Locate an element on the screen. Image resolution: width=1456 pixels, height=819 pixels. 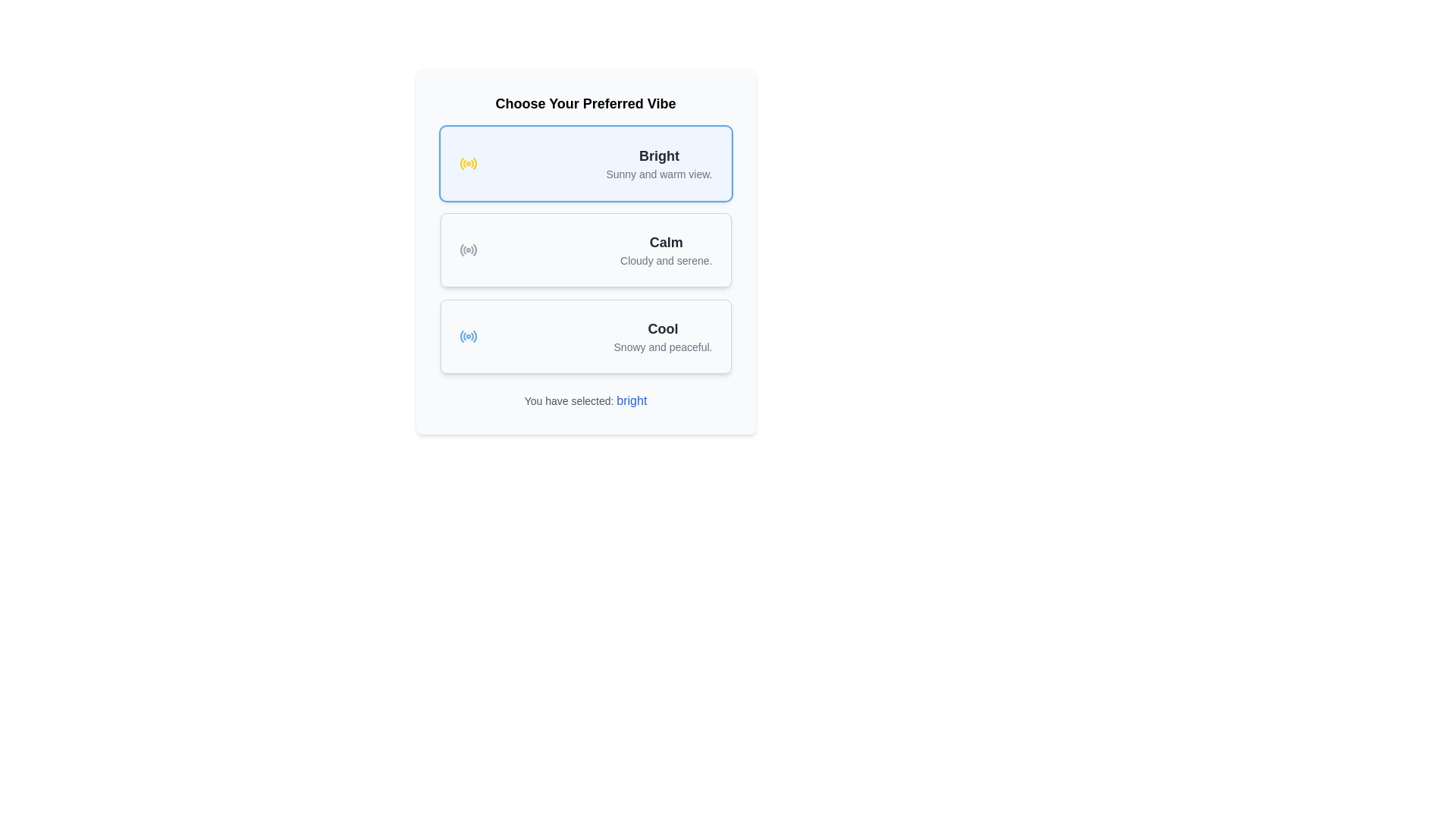
the 'Calm' vibe card, which is the second card in a vertically stacked layout and described as 'Cloudy and serene.' is located at coordinates (585, 250).